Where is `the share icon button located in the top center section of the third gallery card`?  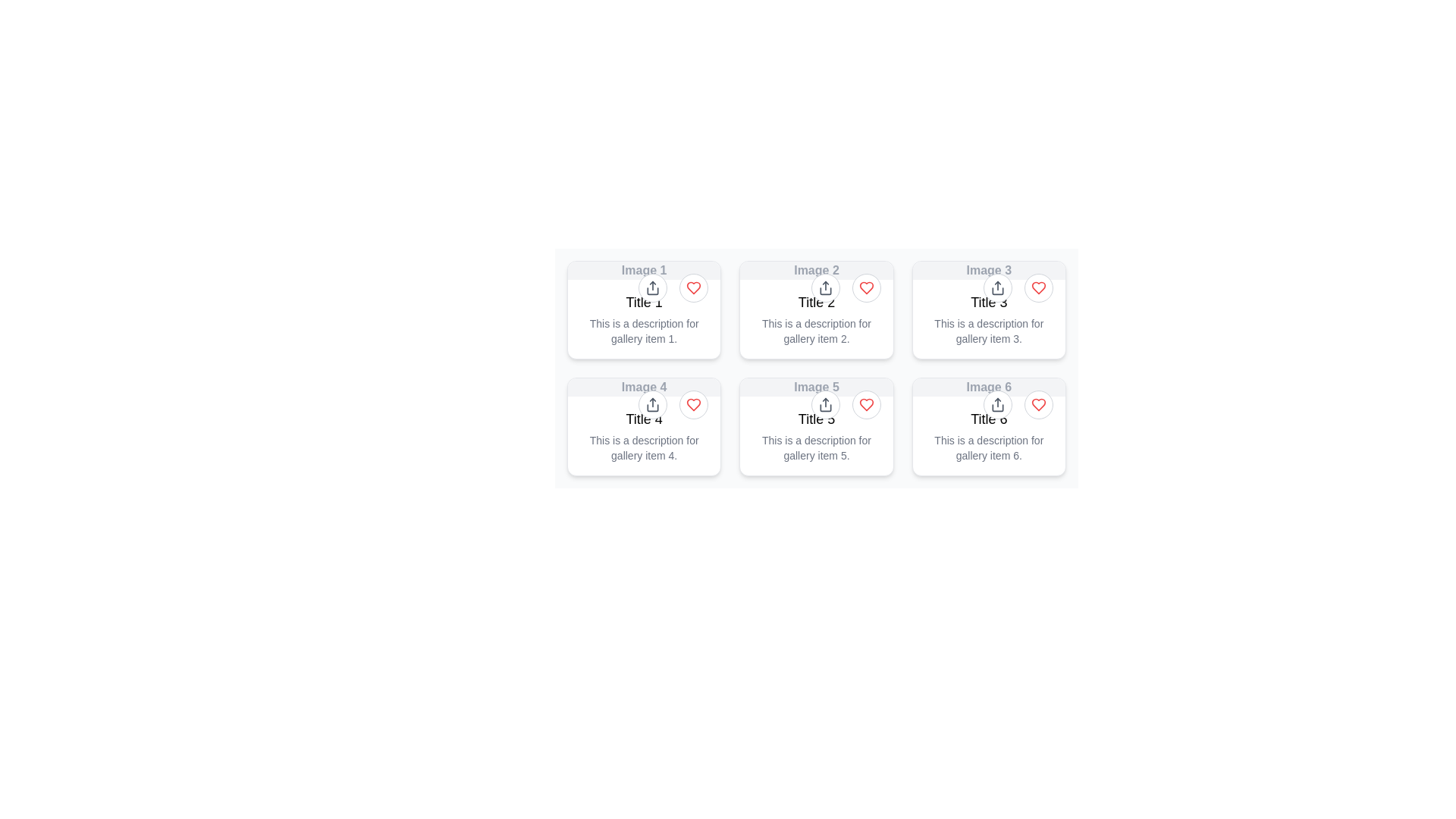
the share icon button located in the top center section of the third gallery card is located at coordinates (997, 288).